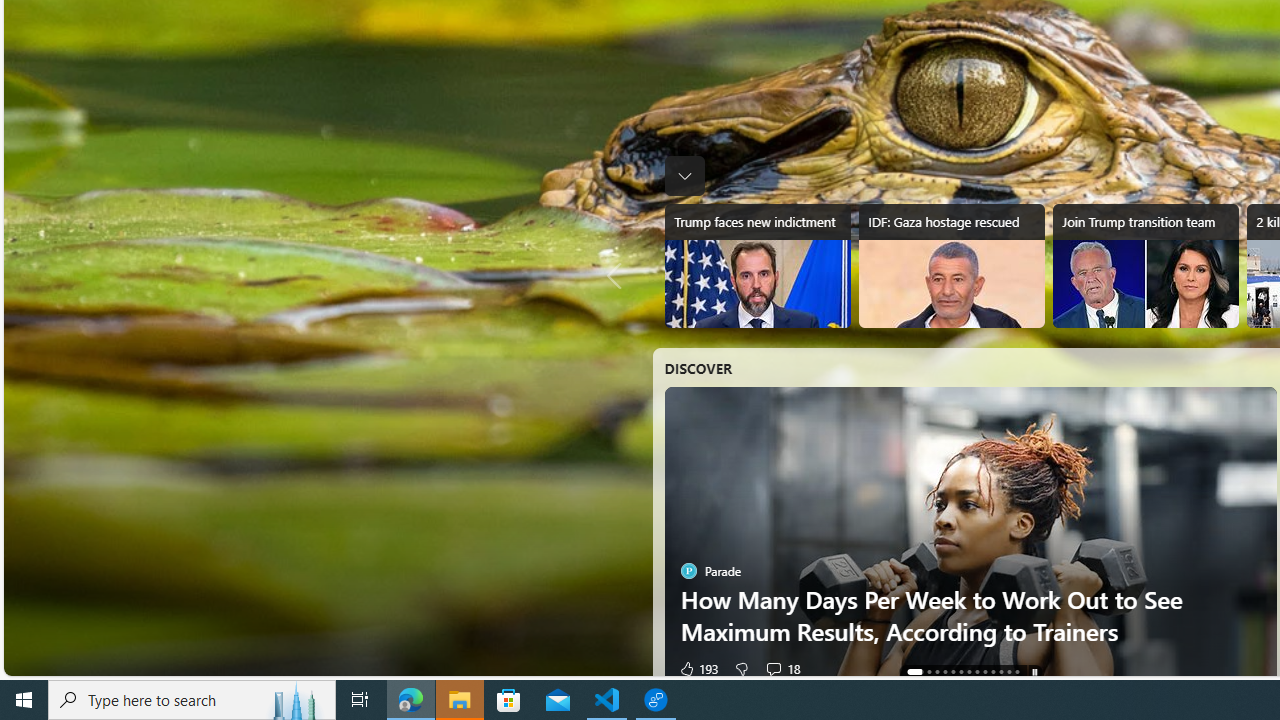  I want to click on 'IDF: Gaza hostage rescued', so click(950, 265).